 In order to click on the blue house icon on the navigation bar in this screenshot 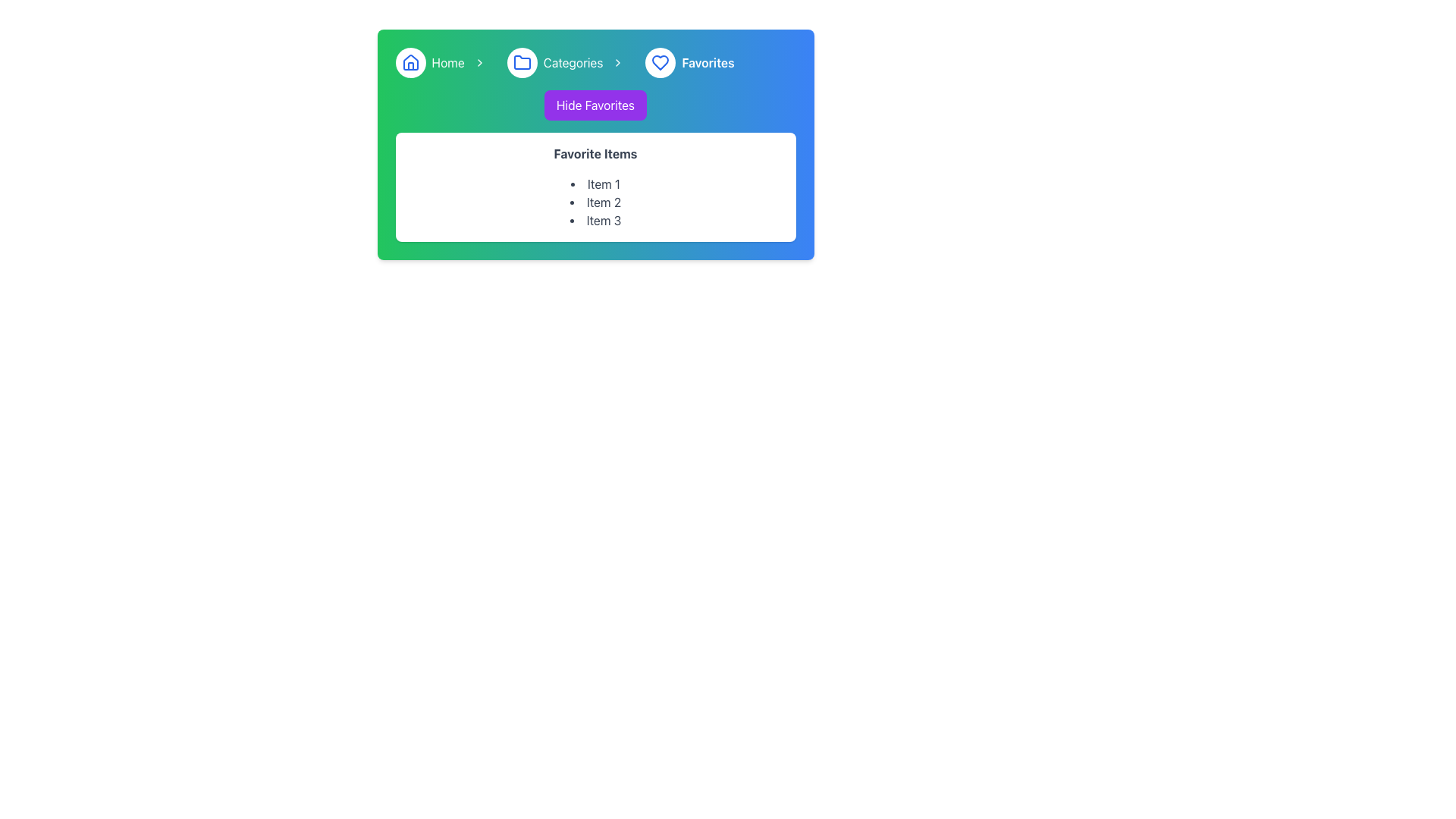, I will do `click(410, 62)`.